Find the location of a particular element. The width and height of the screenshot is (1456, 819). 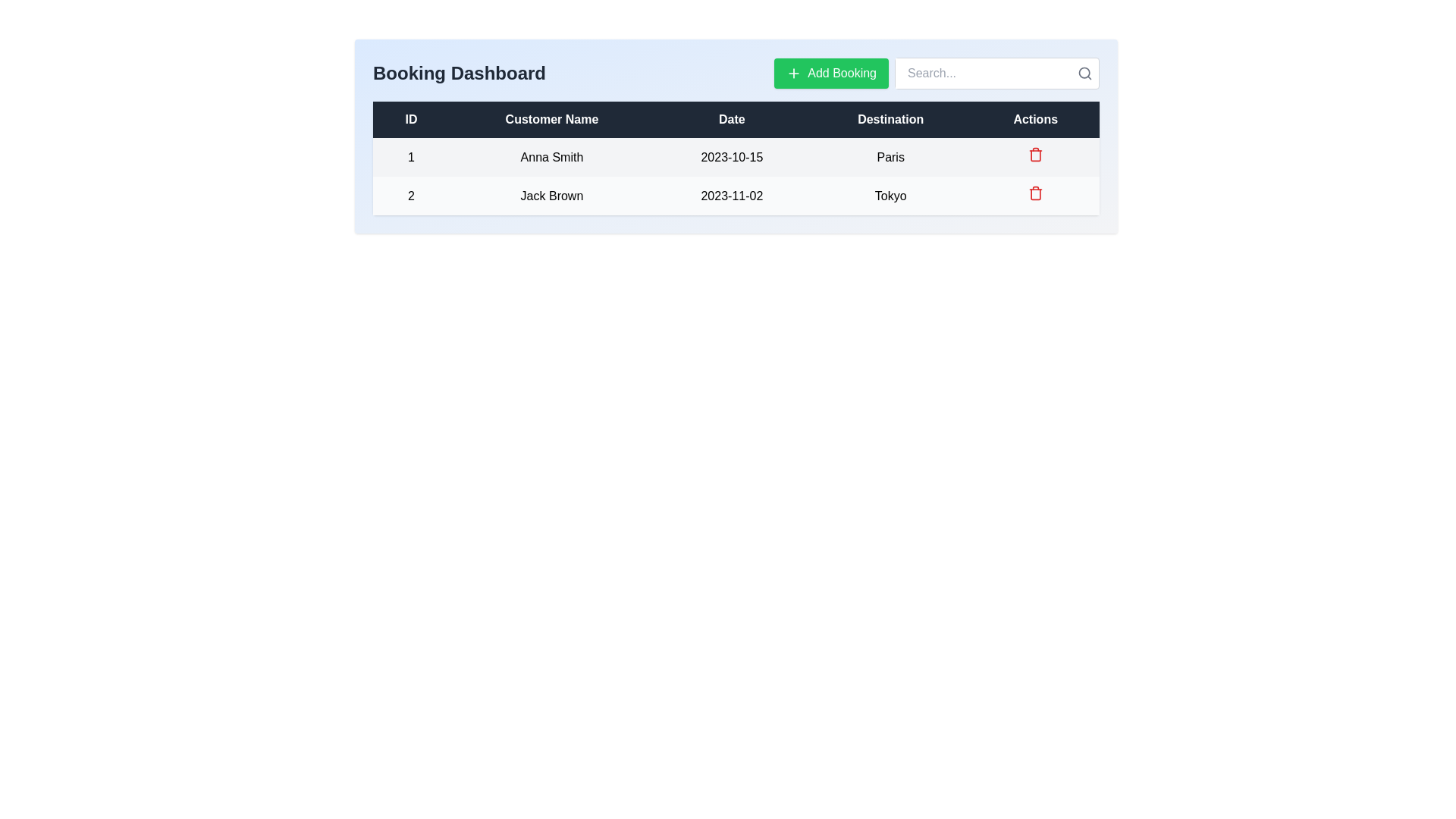

the static text label displaying the numeral '2', which is located in the first column of the second row under the 'Jack Brown' row in the table is located at coordinates (411, 195).